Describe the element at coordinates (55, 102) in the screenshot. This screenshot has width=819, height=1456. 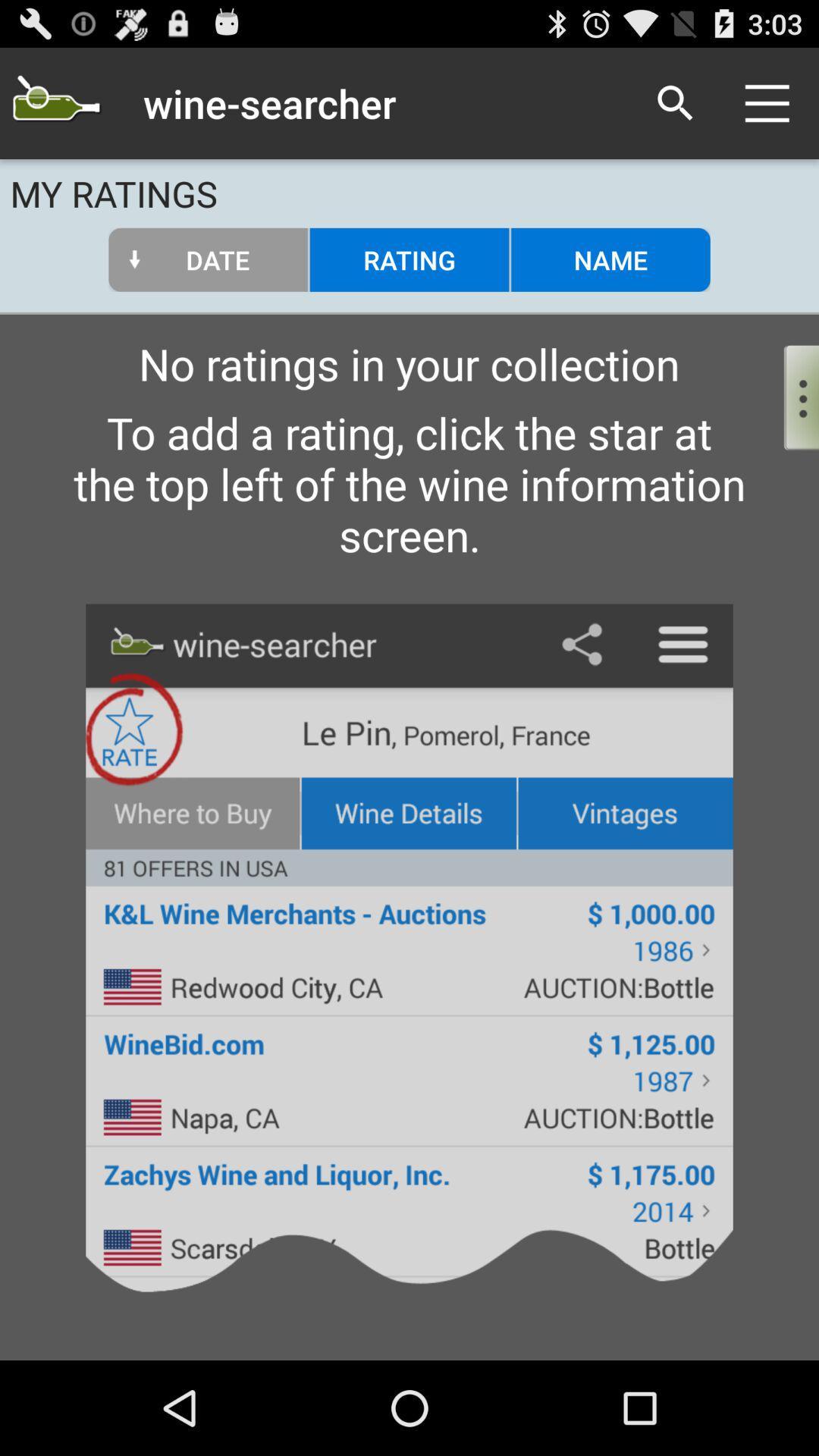
I see `home page` at that location.